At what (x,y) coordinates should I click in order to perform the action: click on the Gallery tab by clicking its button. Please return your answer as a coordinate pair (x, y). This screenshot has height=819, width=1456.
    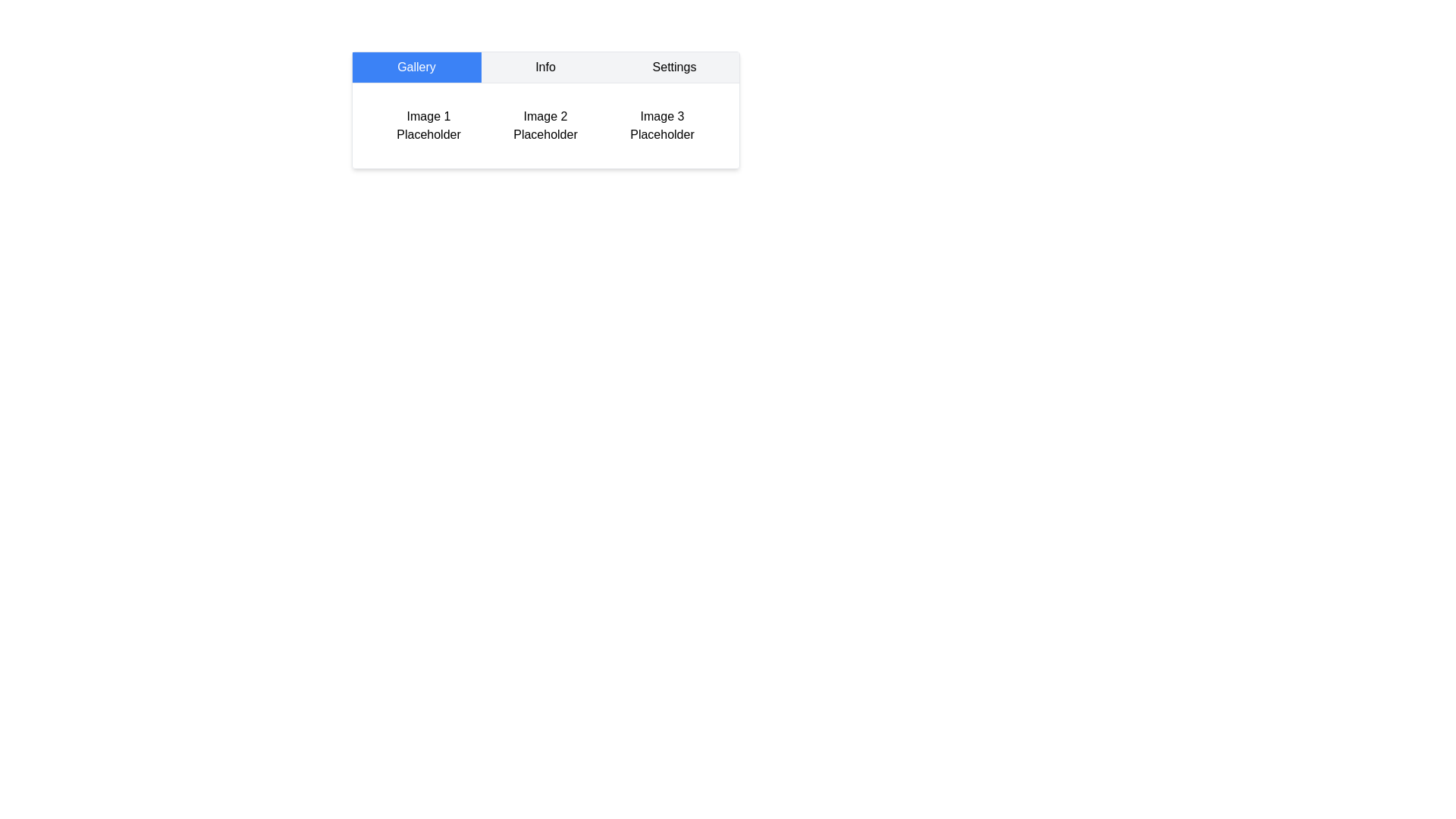
    Looking at the image, I should click on (416, 66).